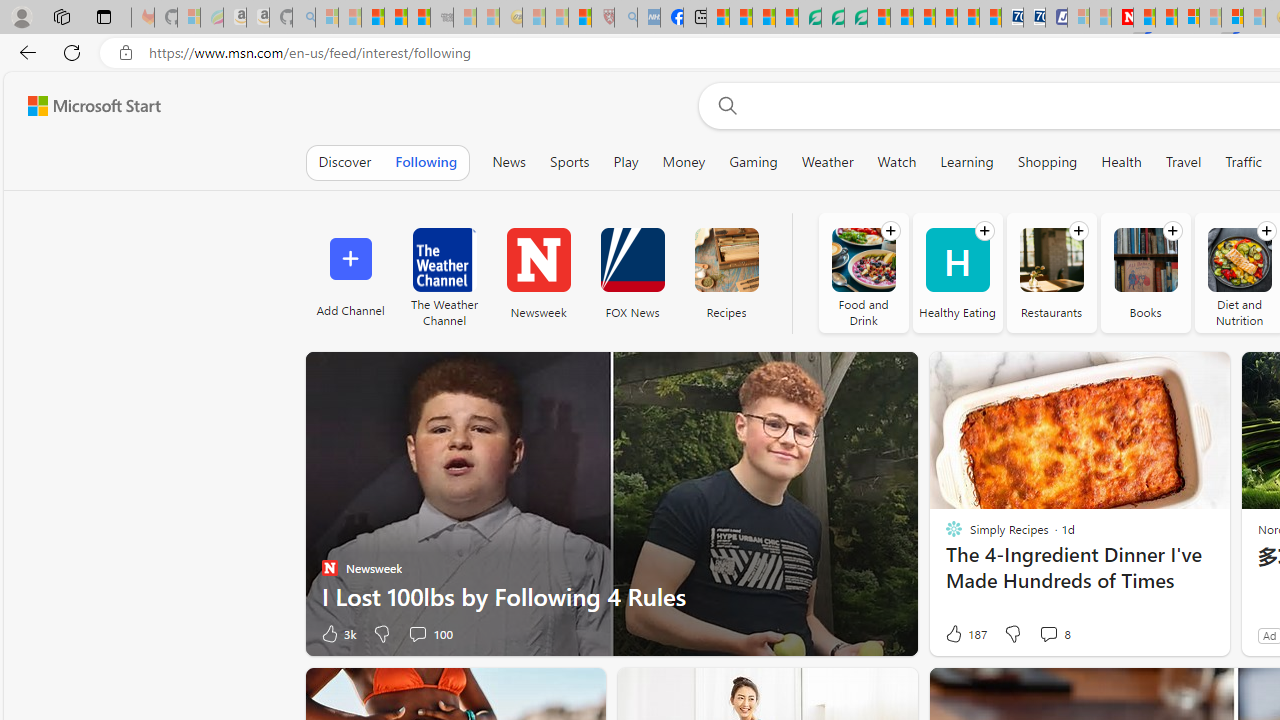  Describe the element at coordinates (1265, 230) in the screenshot. I see `'Follow channel'` at that location.